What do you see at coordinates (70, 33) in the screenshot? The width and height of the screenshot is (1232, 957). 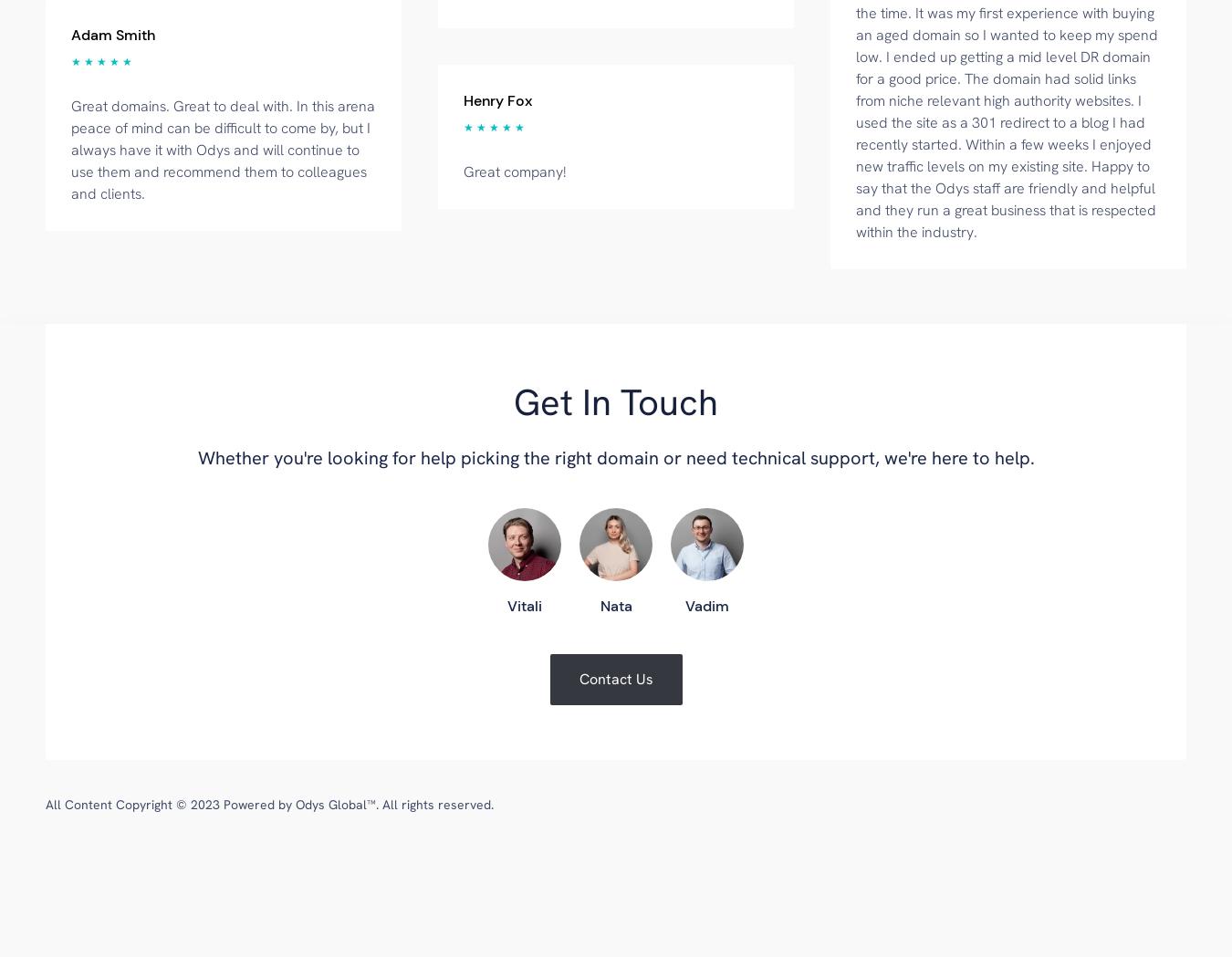 I see `'Adam Smith'` at bounding box center [70, 33].